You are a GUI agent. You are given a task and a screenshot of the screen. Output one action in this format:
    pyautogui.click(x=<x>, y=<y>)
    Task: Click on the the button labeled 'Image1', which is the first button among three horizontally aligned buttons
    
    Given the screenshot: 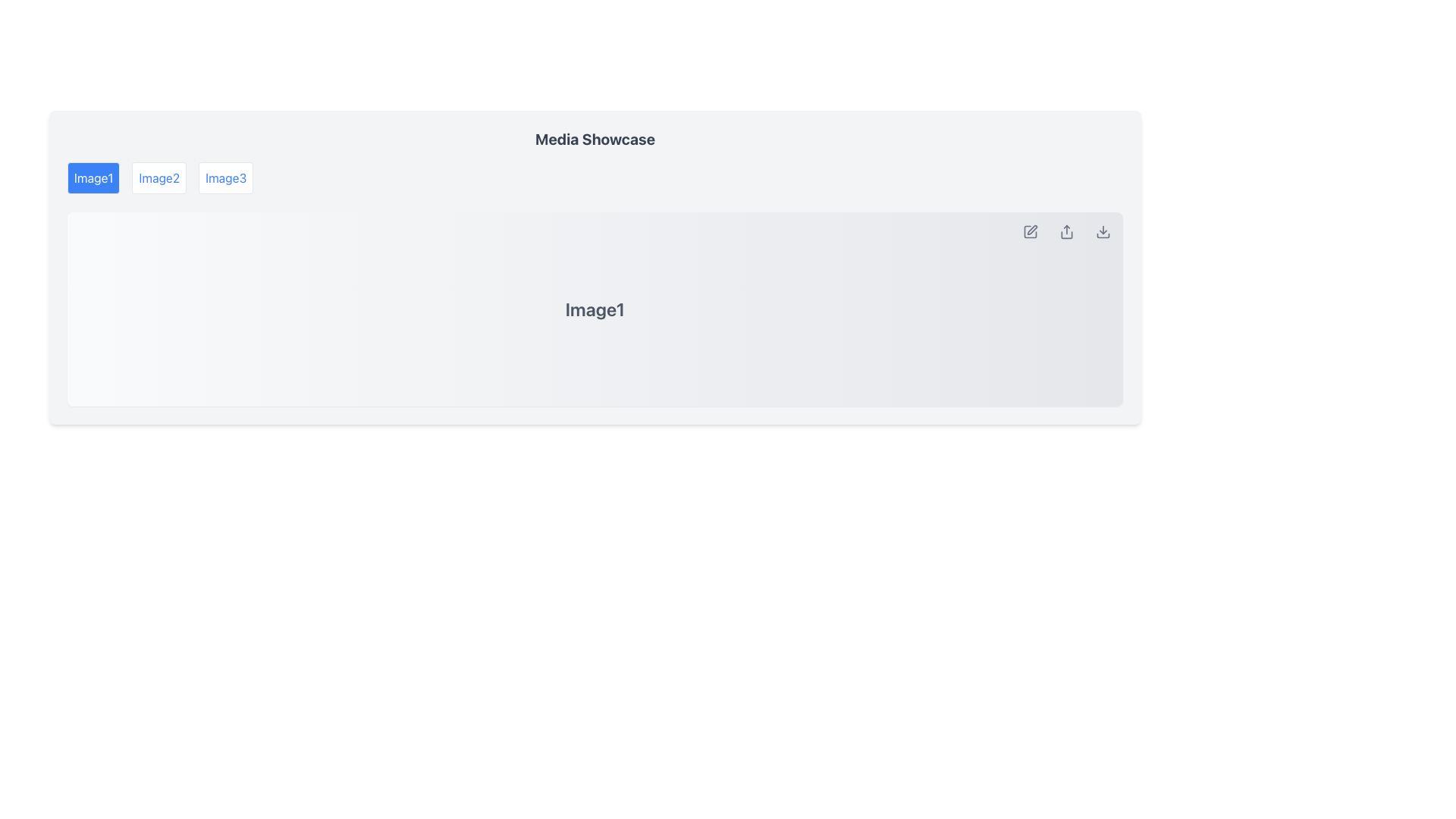 What is the action you would take?
    pyautogui.click(x=93, y=177)
    